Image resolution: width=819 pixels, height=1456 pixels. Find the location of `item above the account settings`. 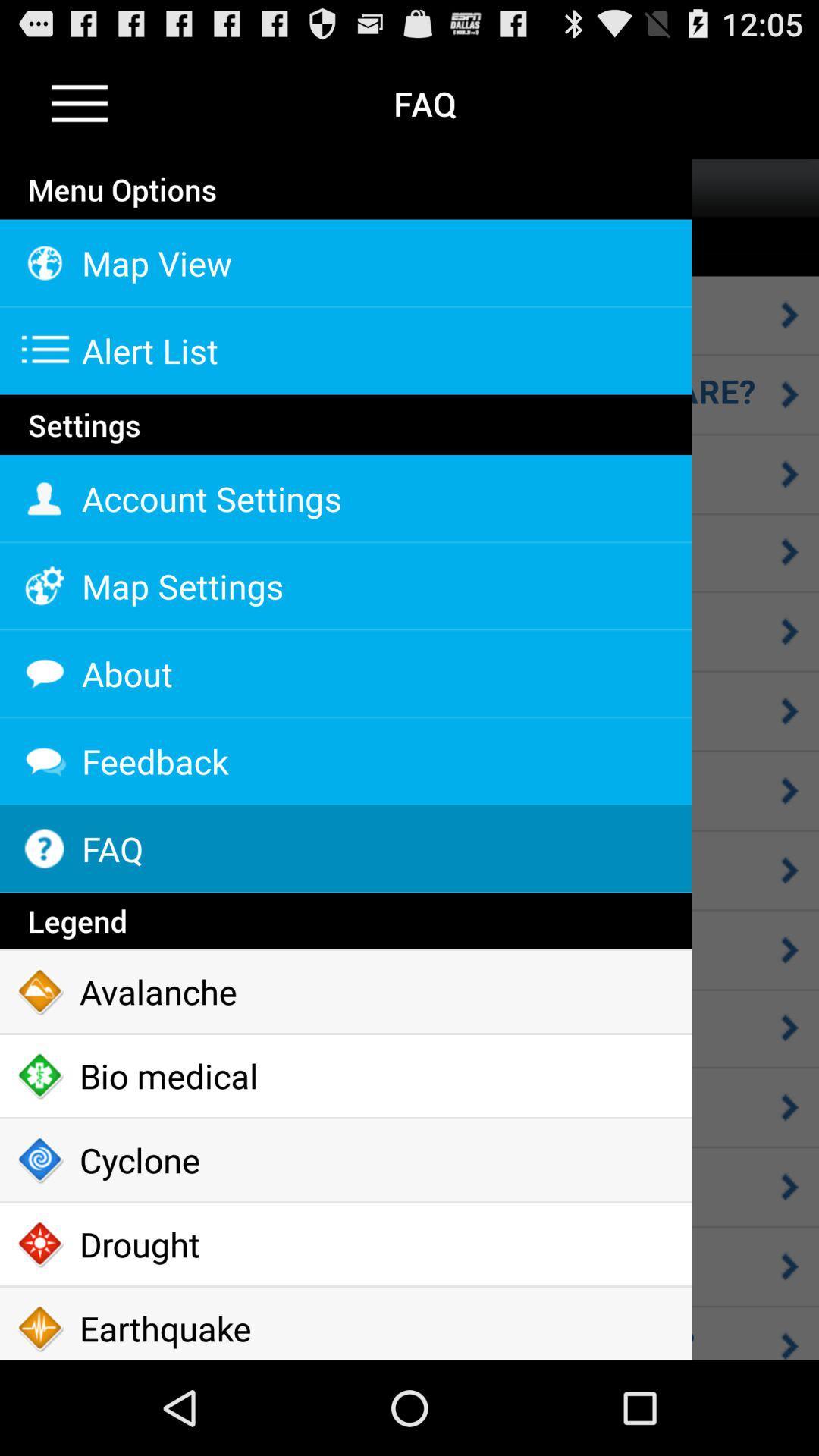

item above the account settings is located at coordinates (345, 453).